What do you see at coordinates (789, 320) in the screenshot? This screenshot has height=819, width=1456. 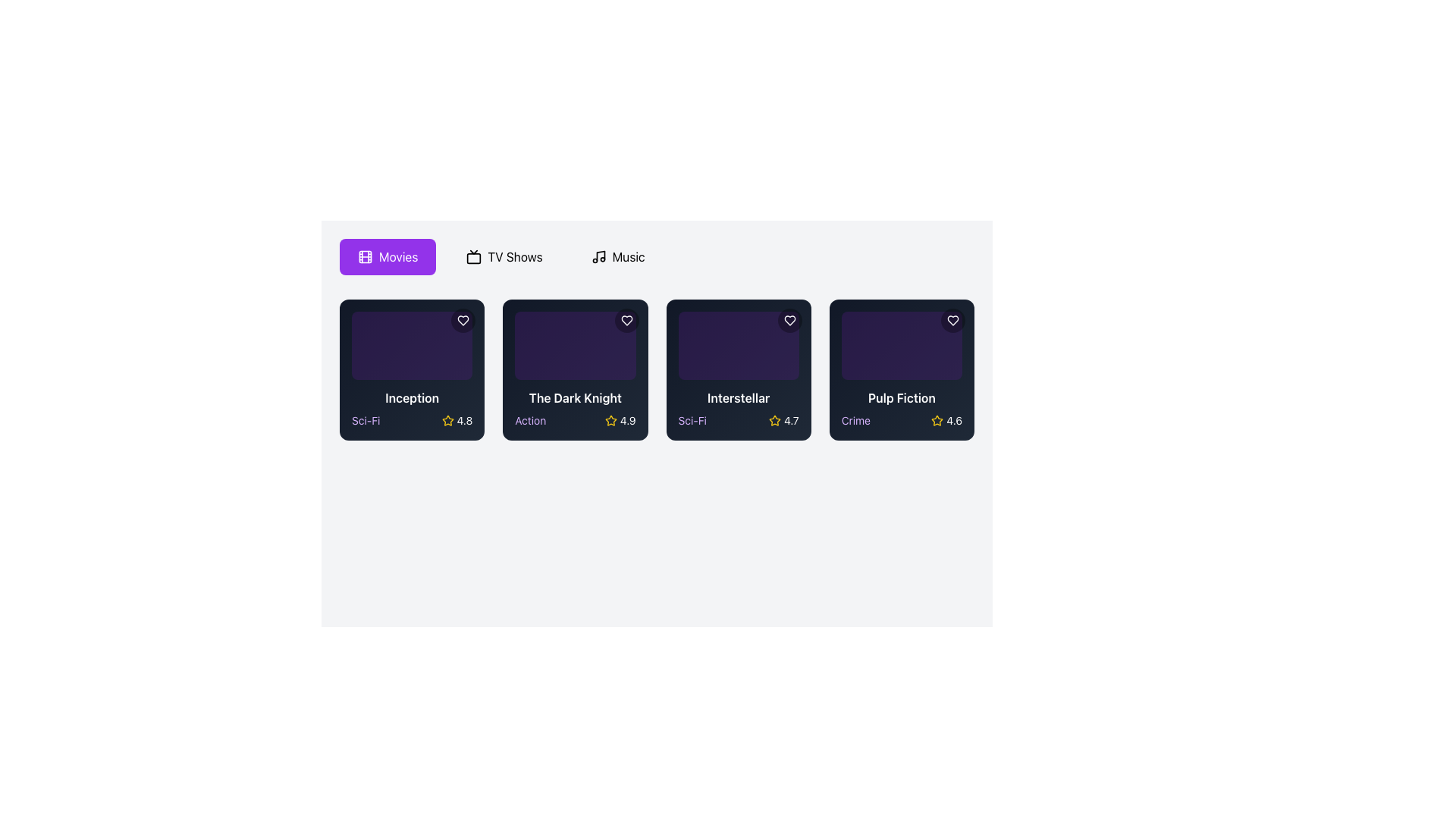 I see `the heart icon located at the top-right corner of the 'Interstellar' movie card to like or favorite it` at bounding box center [789, 320].